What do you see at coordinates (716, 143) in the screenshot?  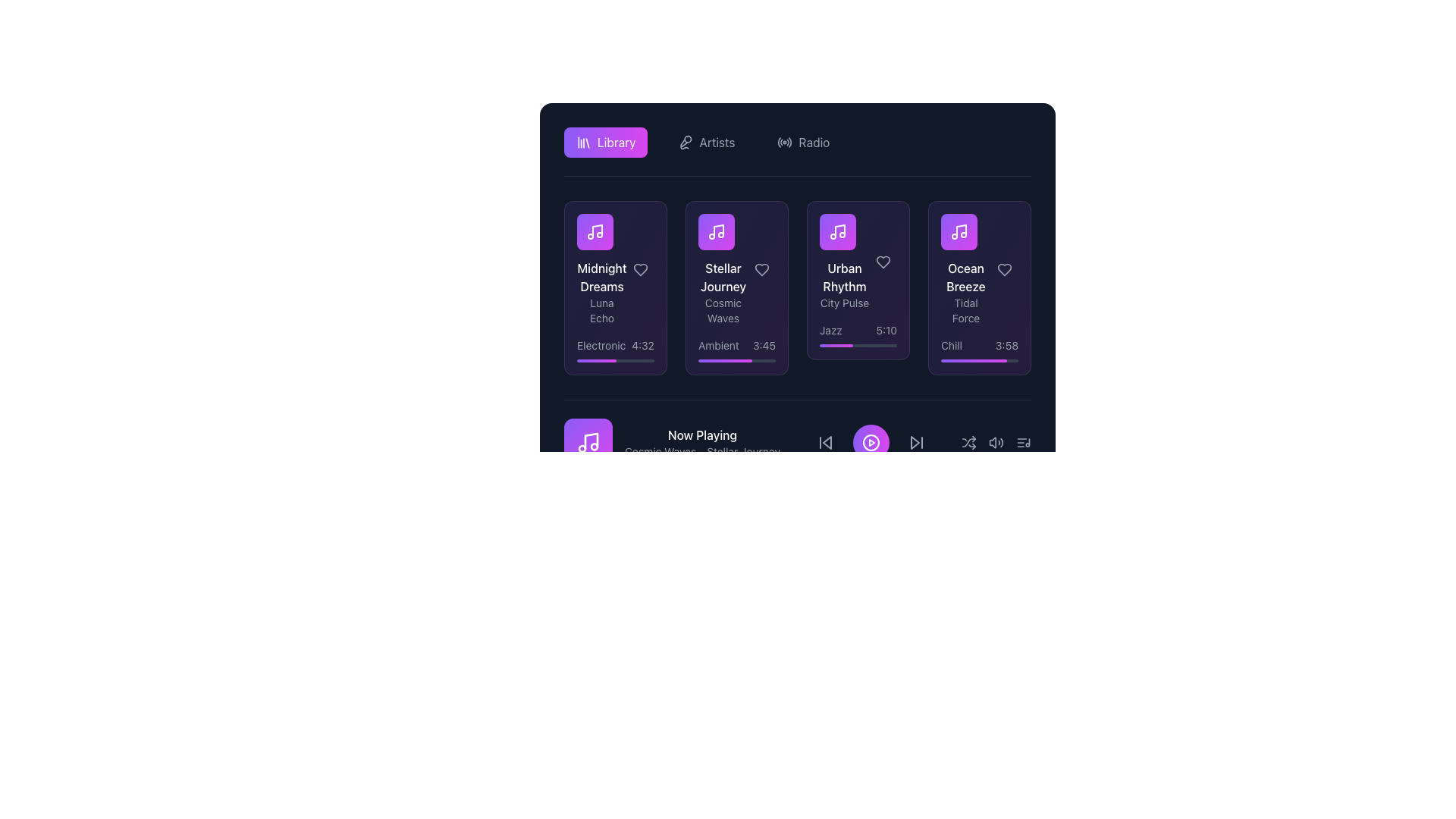 I see `the 'Artists' text in the top navigation bar` at bounding box center [716, 143].